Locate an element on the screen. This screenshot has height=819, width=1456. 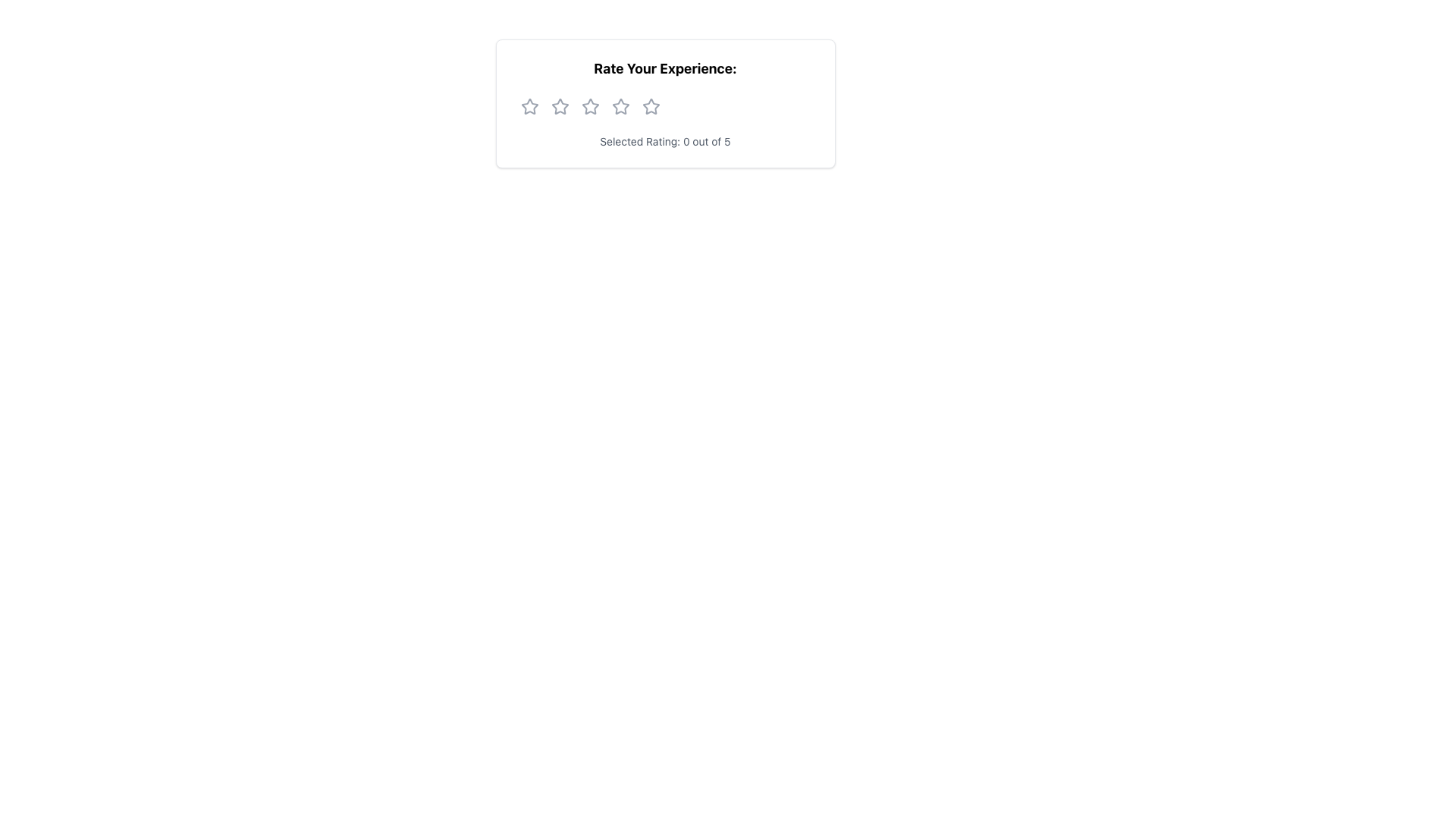
the third star icon in the rating system is located at coordinates (620, 106).